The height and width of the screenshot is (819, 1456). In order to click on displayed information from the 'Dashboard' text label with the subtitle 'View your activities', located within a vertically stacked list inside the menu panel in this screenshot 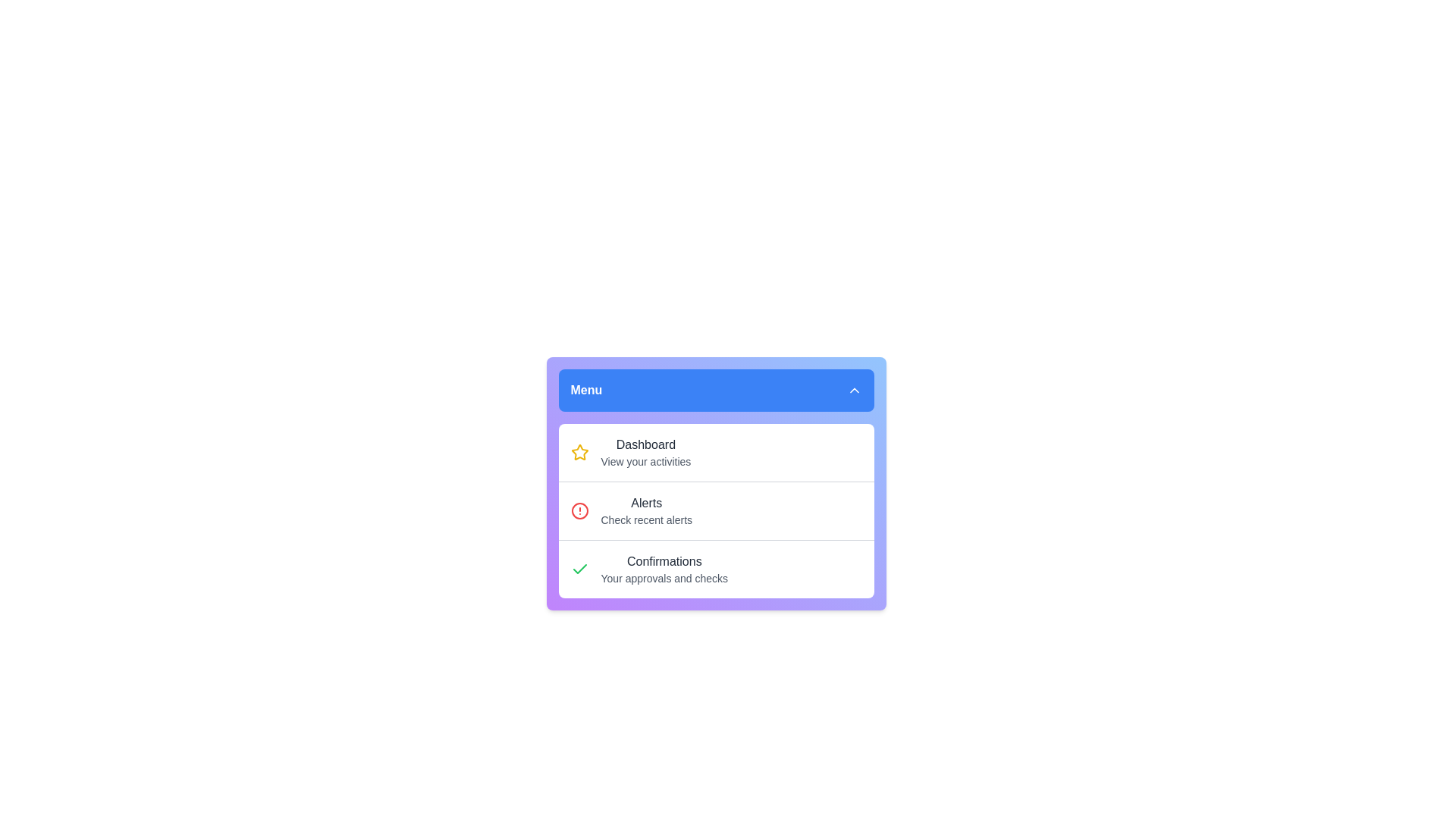, I will do `click(645, 452)`.